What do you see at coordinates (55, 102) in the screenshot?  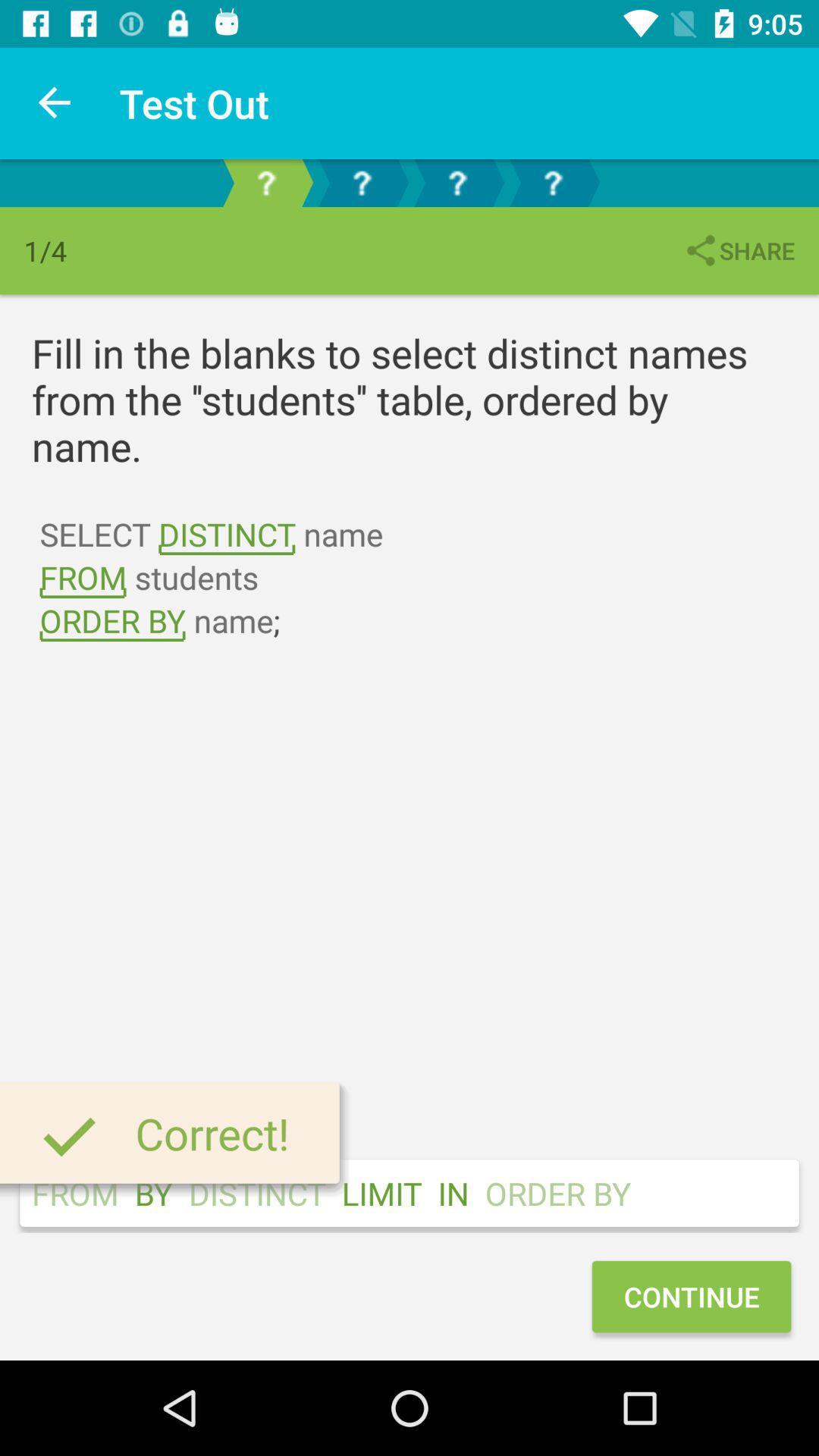 I see `icon to the left of test out` at bounding box center [55, 102].